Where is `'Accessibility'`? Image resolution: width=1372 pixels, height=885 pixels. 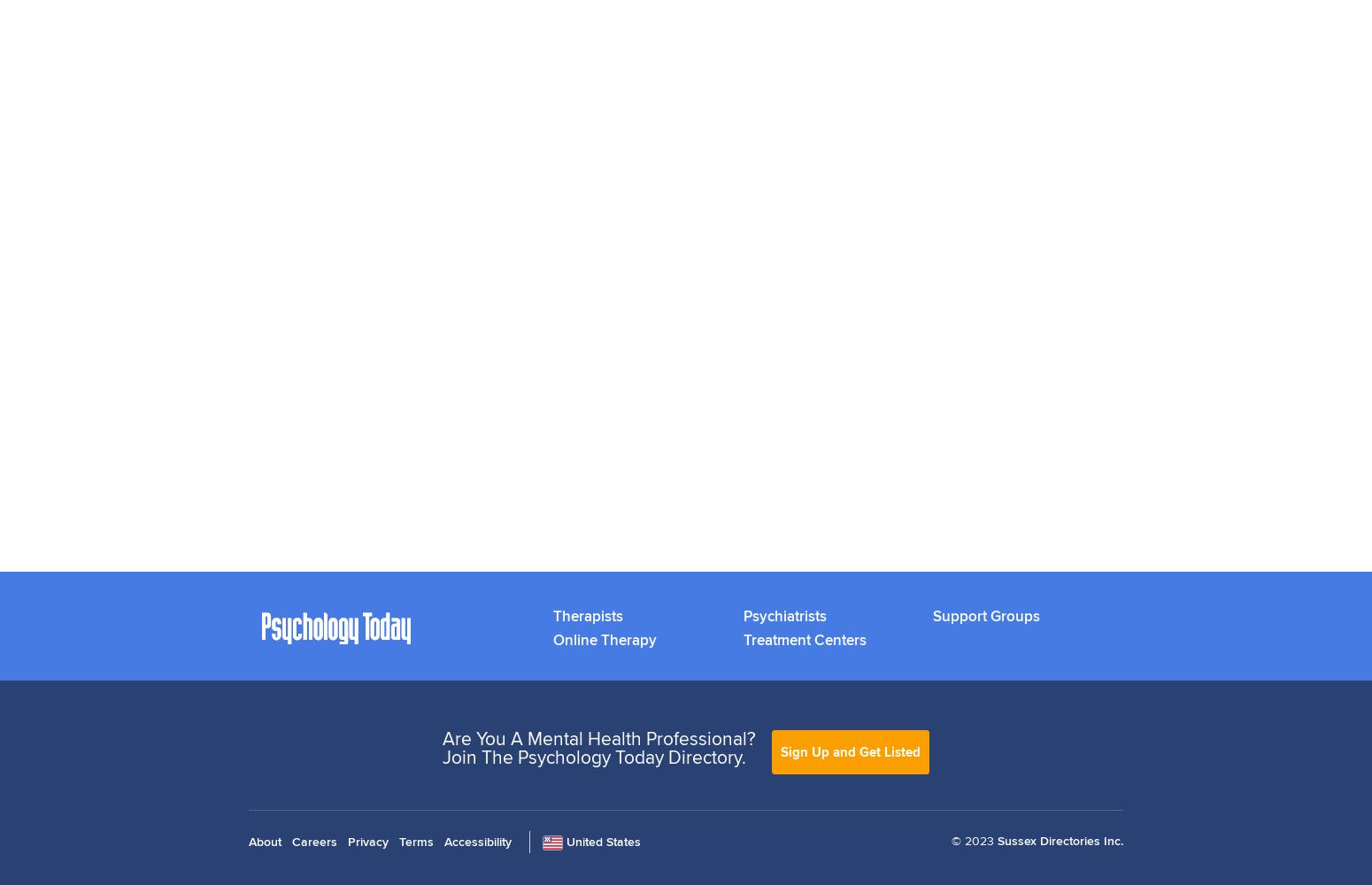 'Accessibility' is located at coordinates (443, 840).